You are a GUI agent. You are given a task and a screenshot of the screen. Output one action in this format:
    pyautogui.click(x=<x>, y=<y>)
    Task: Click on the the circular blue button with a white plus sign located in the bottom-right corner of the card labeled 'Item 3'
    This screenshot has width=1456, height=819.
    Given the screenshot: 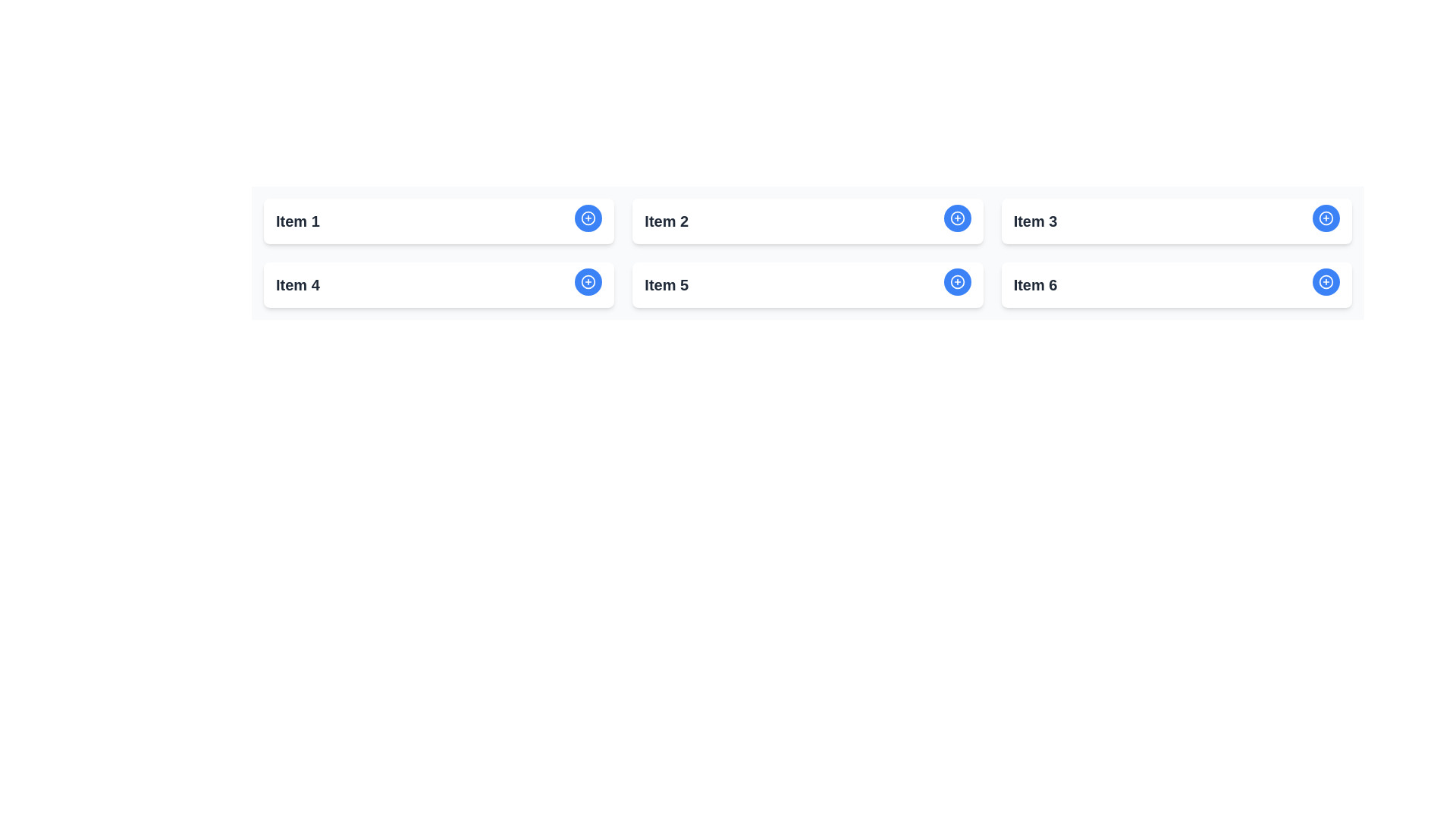 What is the action you would take?
    pyautogui.click(x=1325, y=218)
    